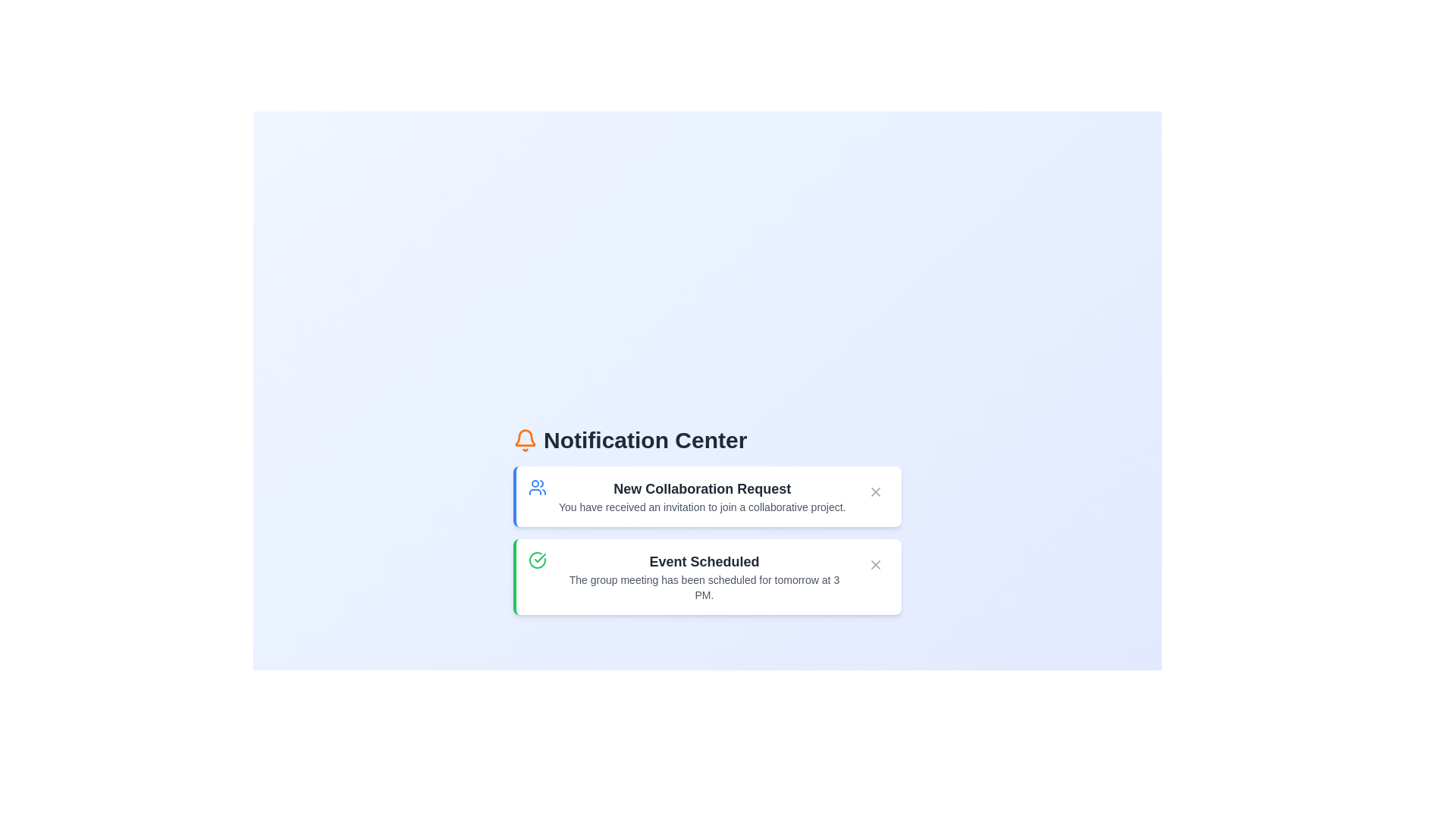 This screenshot has width=1456, height=819. Describe the element at coordinates (701, 488) in the screenshot. I see `the bold text label that reads 'New Collaboration Request' in dark gray color, which is part of the notification interface` at that location.